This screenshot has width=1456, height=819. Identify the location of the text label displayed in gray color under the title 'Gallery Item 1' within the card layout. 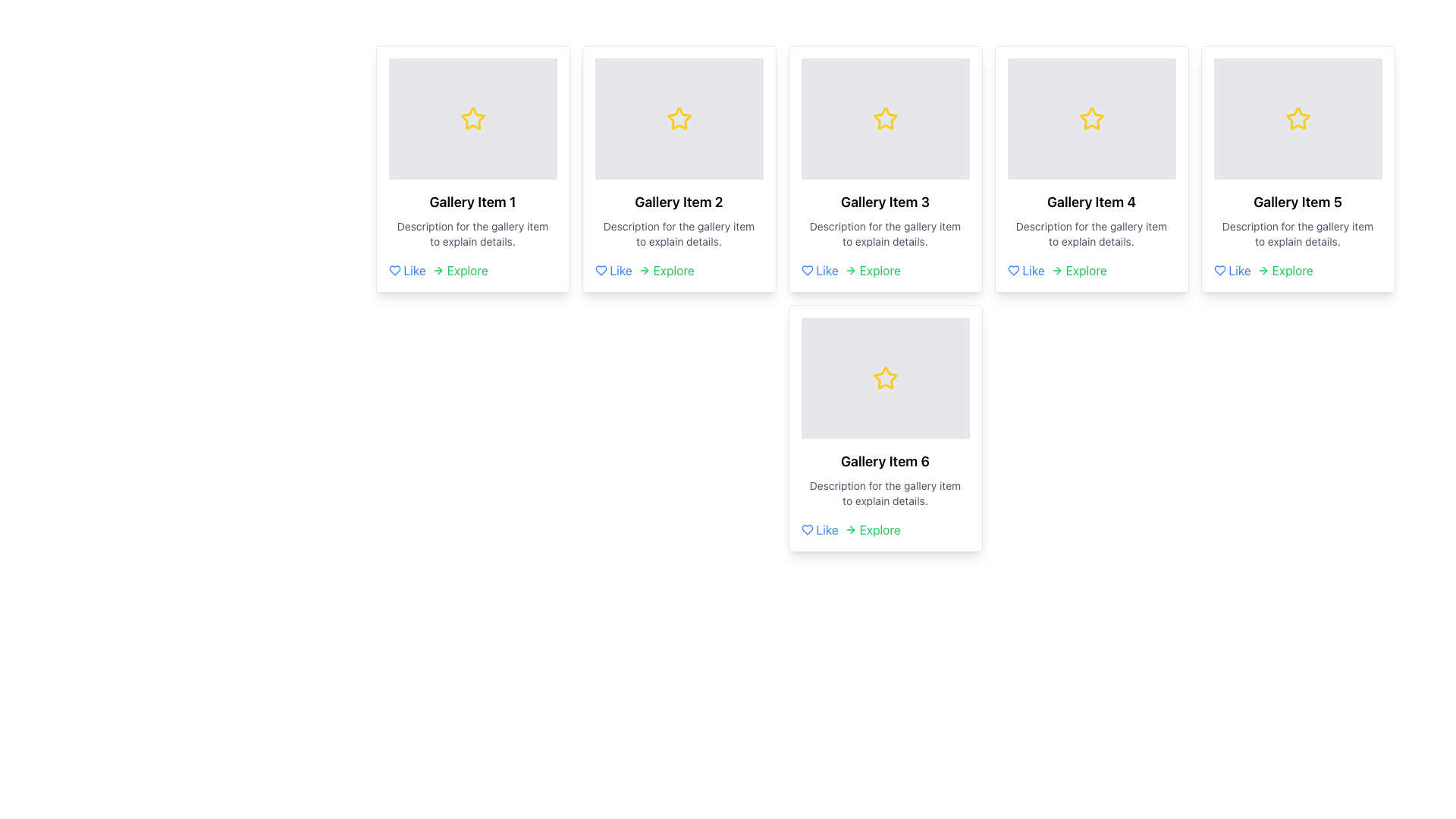
(472, 234).